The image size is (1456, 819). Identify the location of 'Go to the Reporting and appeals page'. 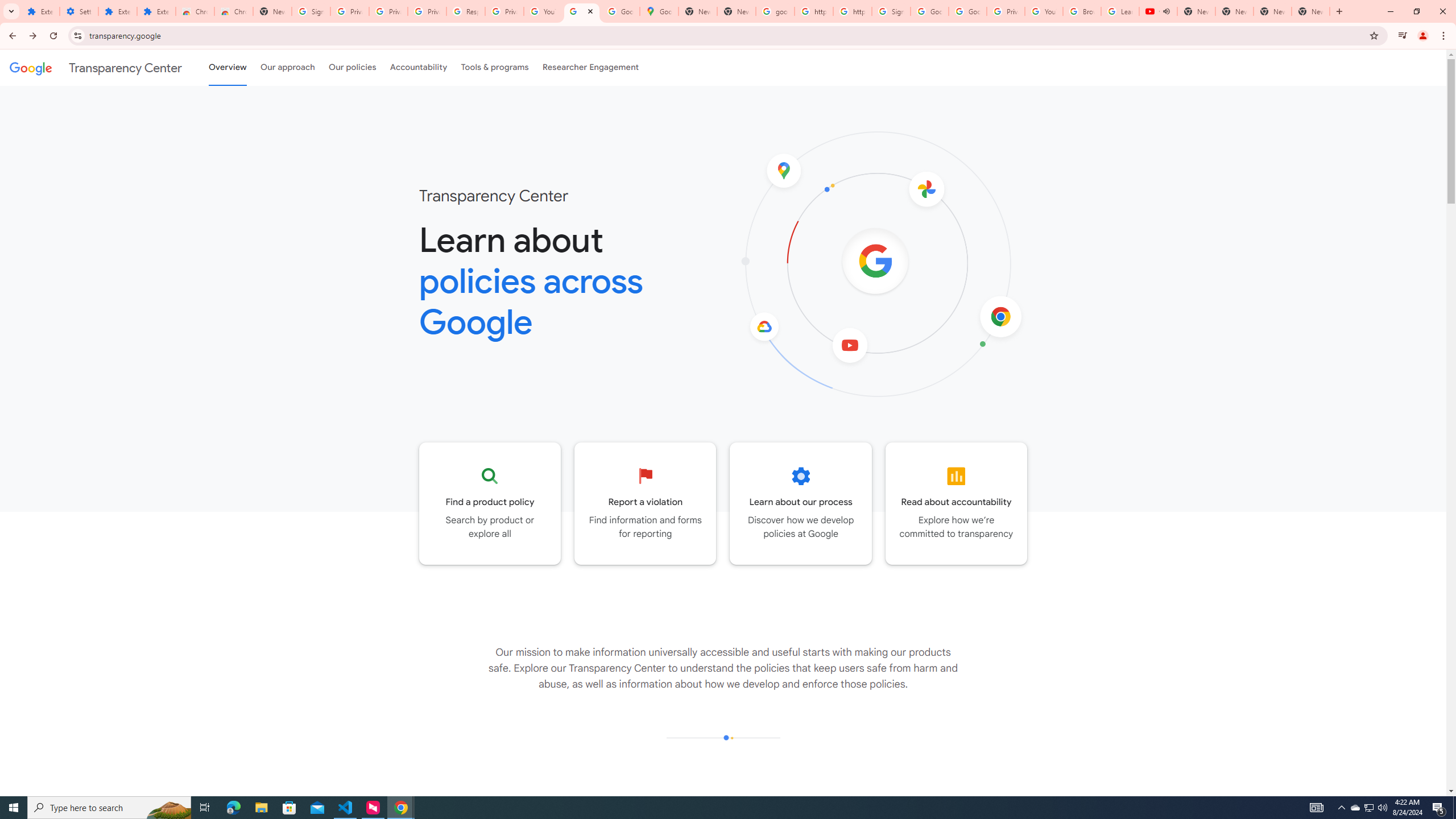
(645, 503).